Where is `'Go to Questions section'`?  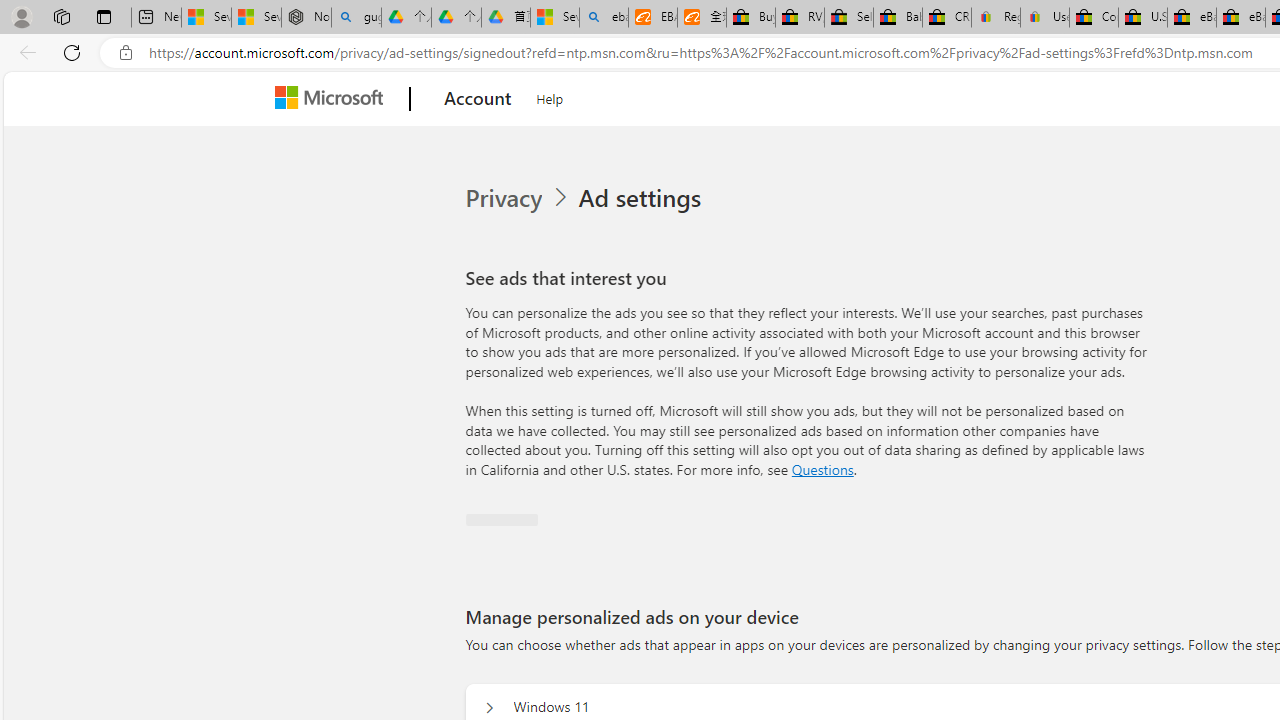
'Go to Questions section' is located at coordinates (822, 469).